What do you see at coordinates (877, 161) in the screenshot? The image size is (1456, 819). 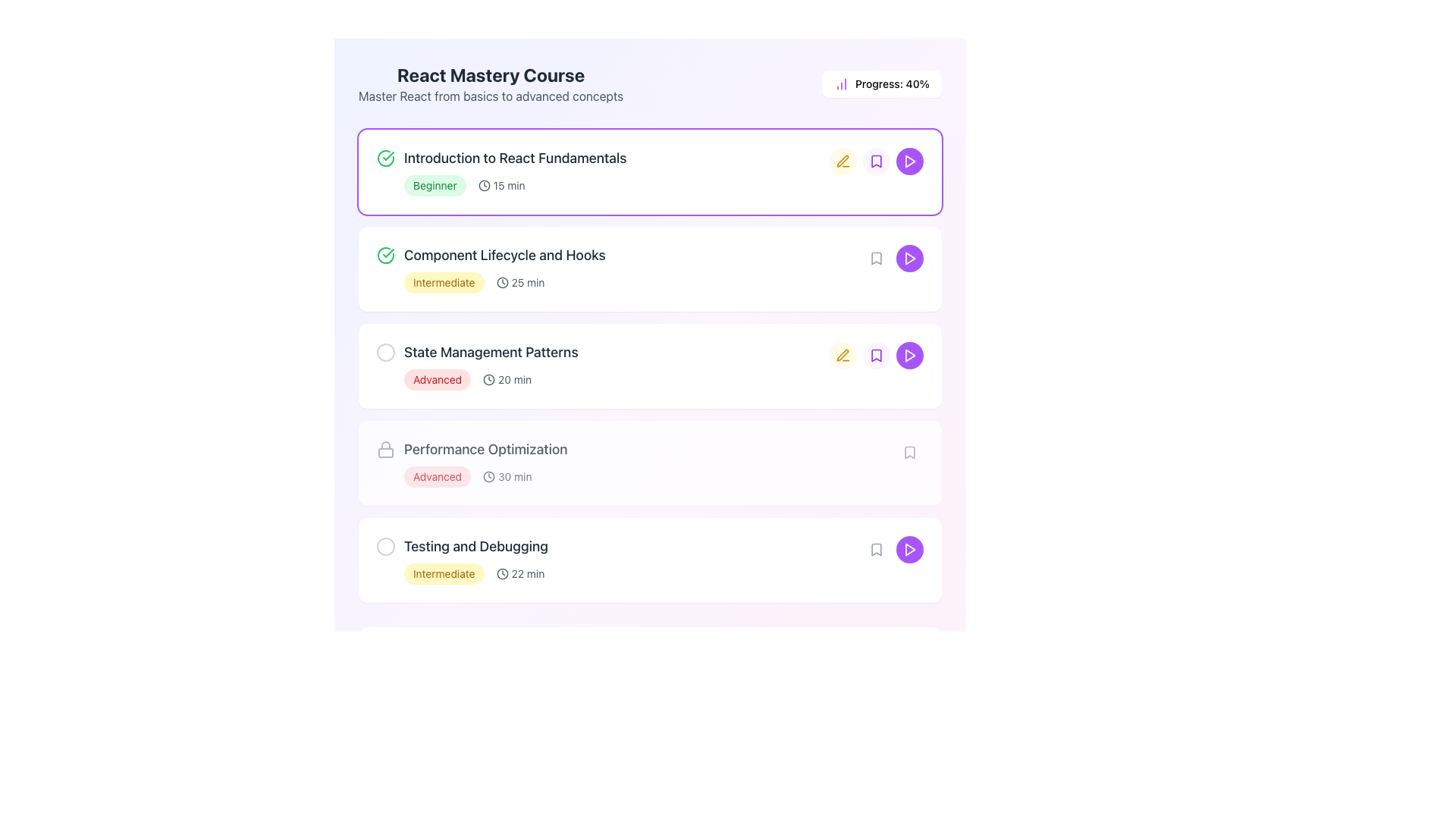 I see `the circular button with a purple background and a white bookmark icon to bookmark the course 'Introduction to React Fundamentals.'` at bounding box center [877, 161].